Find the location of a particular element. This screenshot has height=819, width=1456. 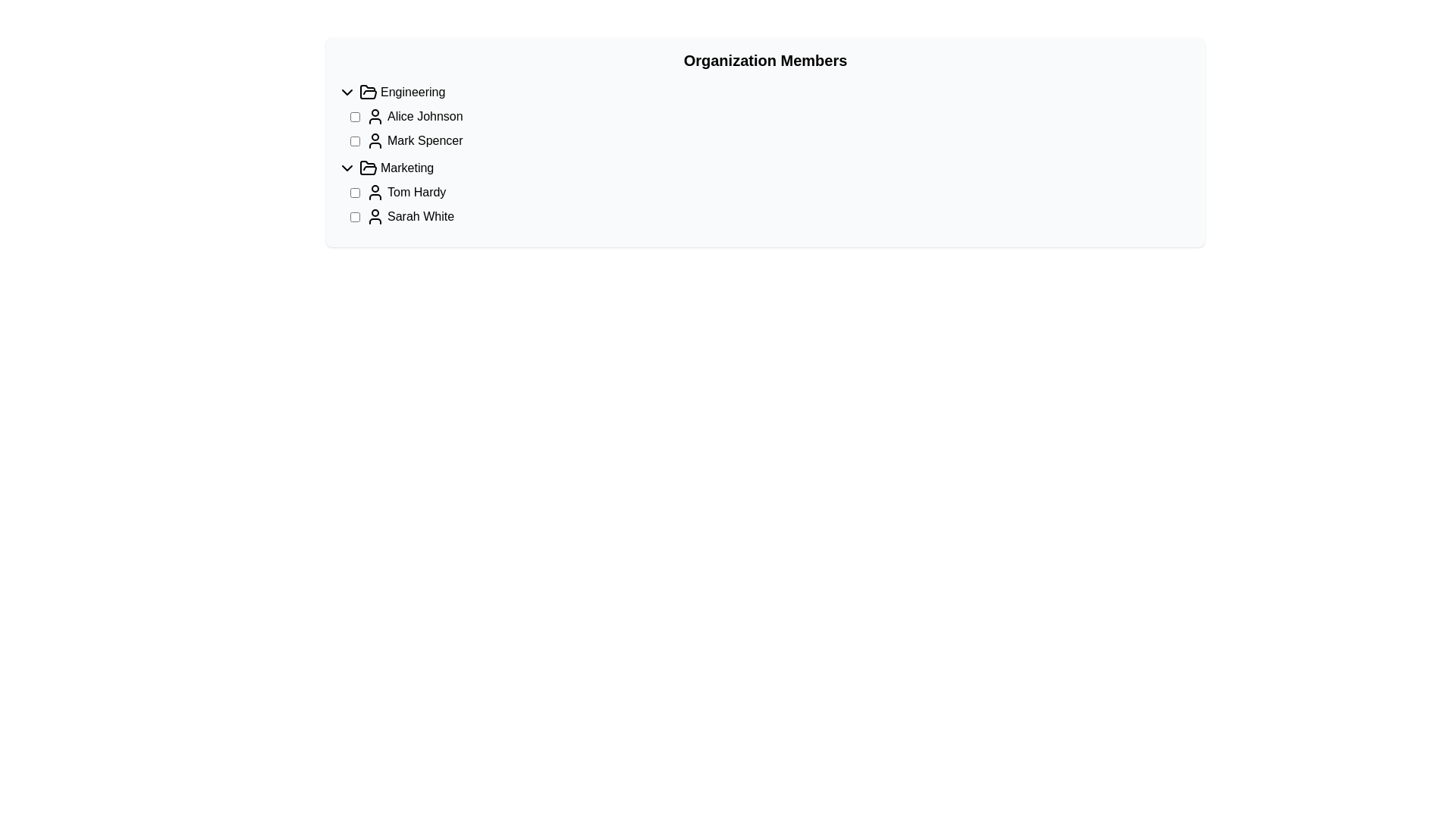

the 'Engineering' folder label located in the upper left section of the list is located at coordinates (402, 93).